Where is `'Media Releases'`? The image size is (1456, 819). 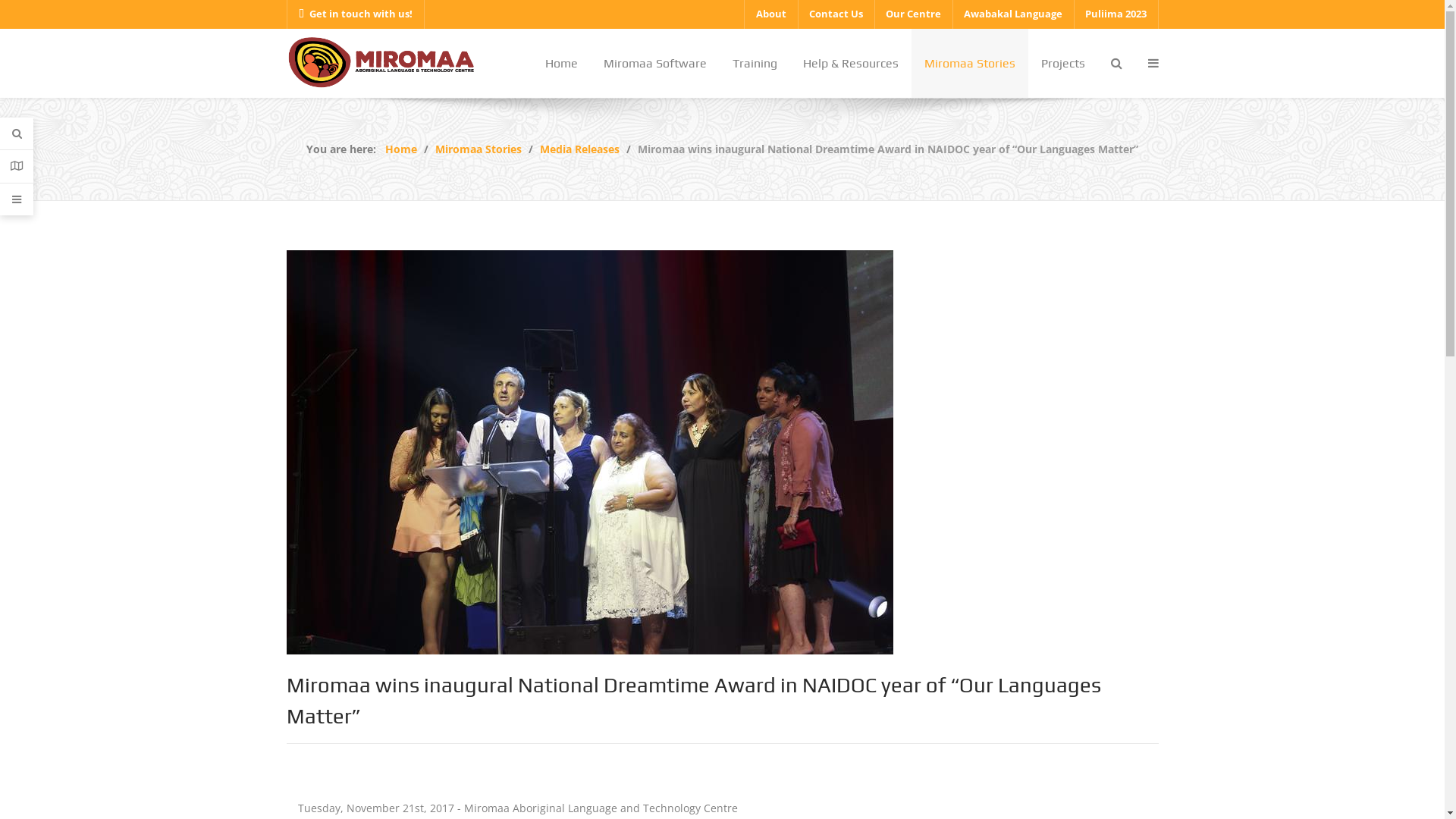 'Media Releases' is located at coordinates (539, 149).